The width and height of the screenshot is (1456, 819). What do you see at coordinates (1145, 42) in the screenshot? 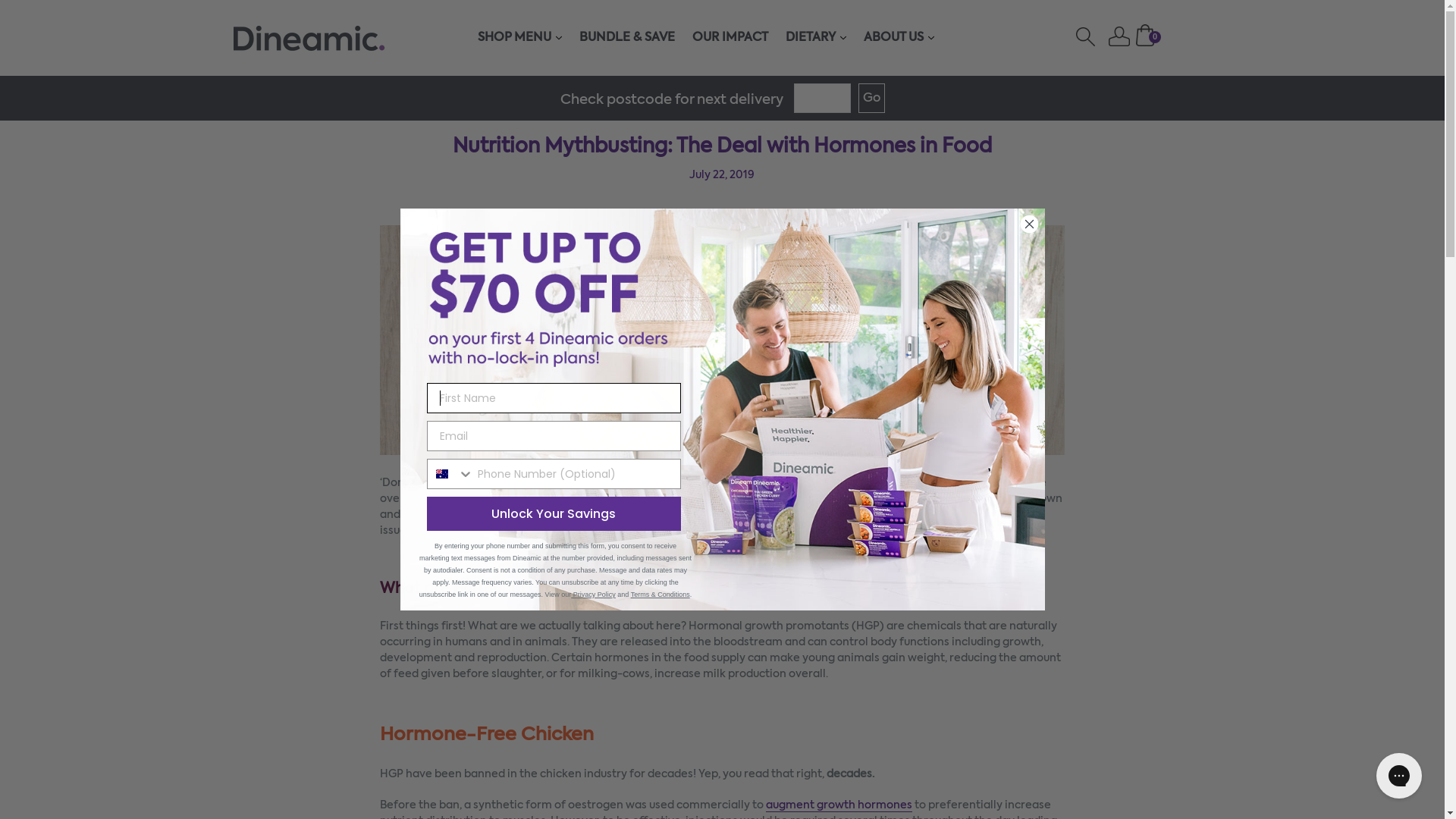
I see `'Cart` at bounding box center [1145, 42].